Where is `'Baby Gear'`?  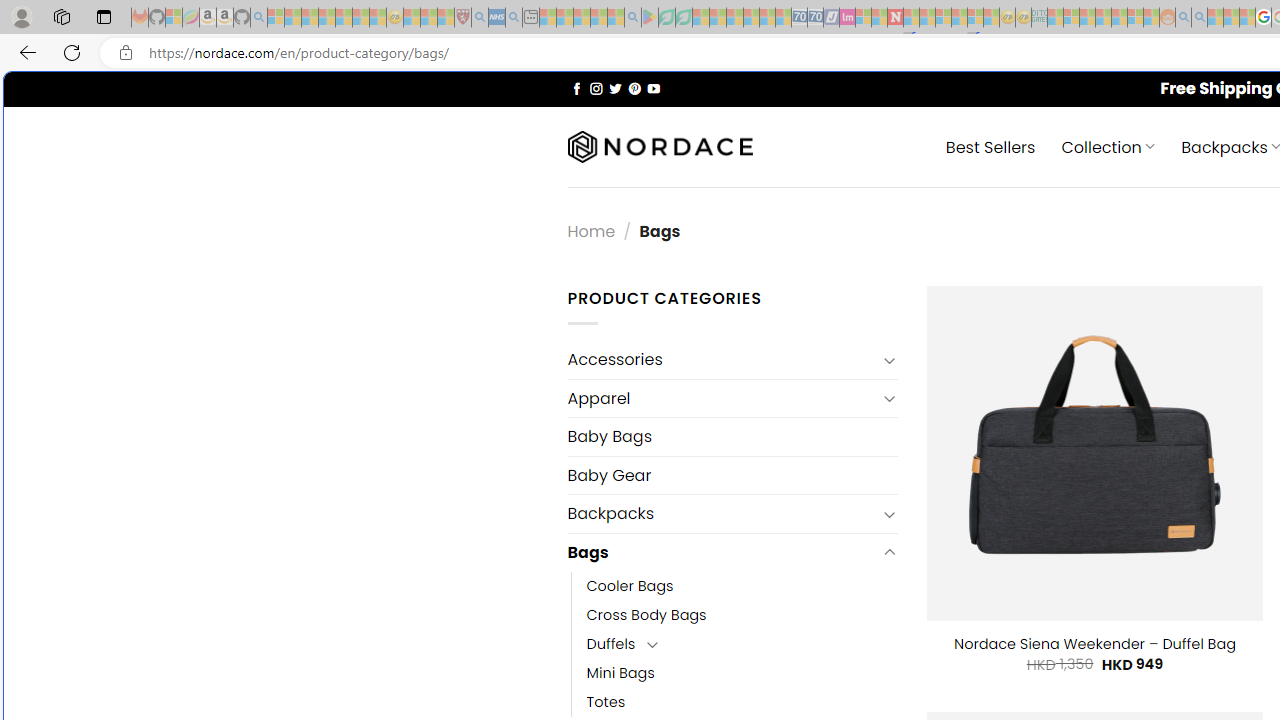 'Baby Gear' is located at coordinates (731, 475).